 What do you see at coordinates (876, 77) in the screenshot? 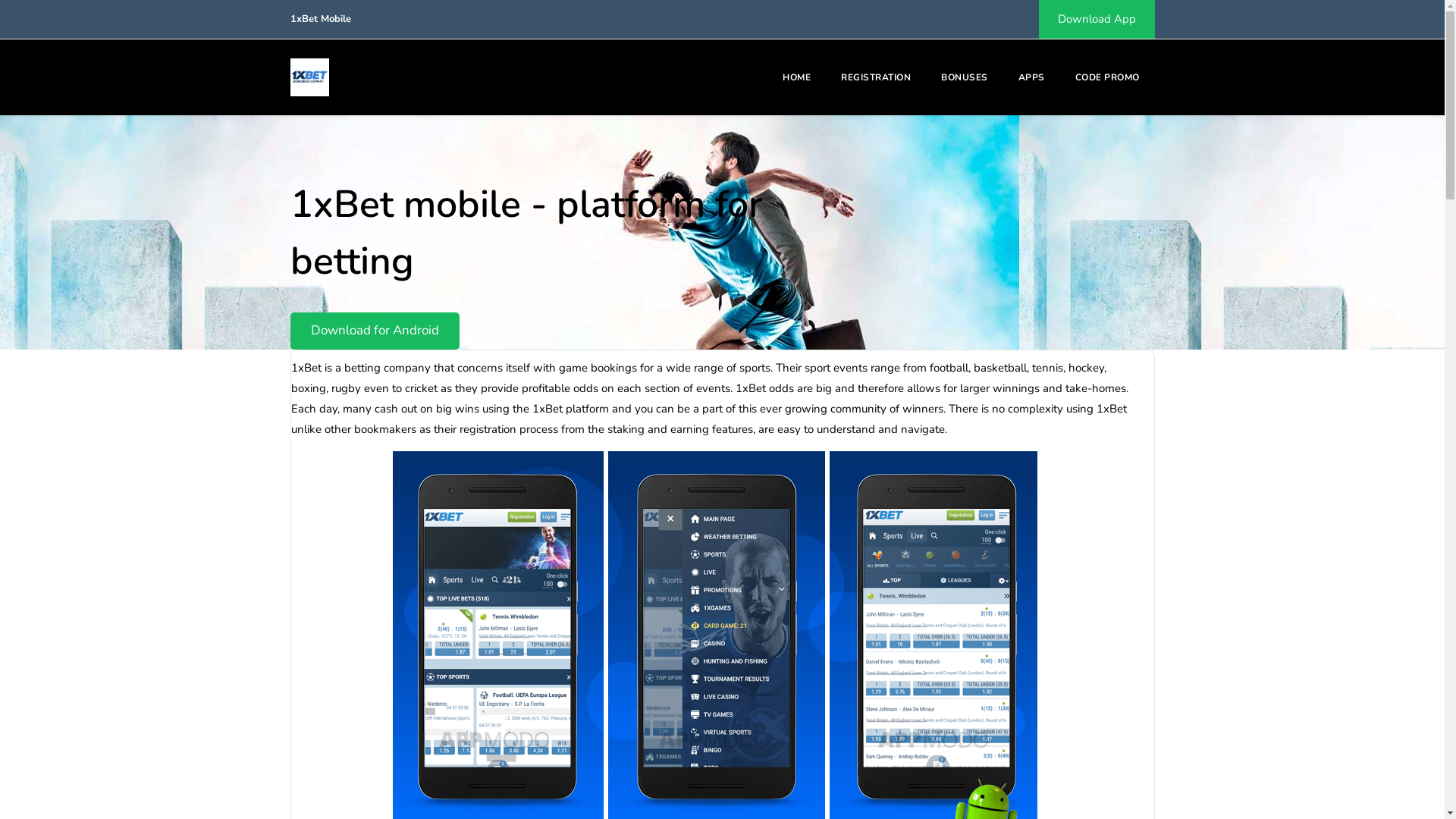
I see `'REGISTRATION'` at bounding box center [876, 77].